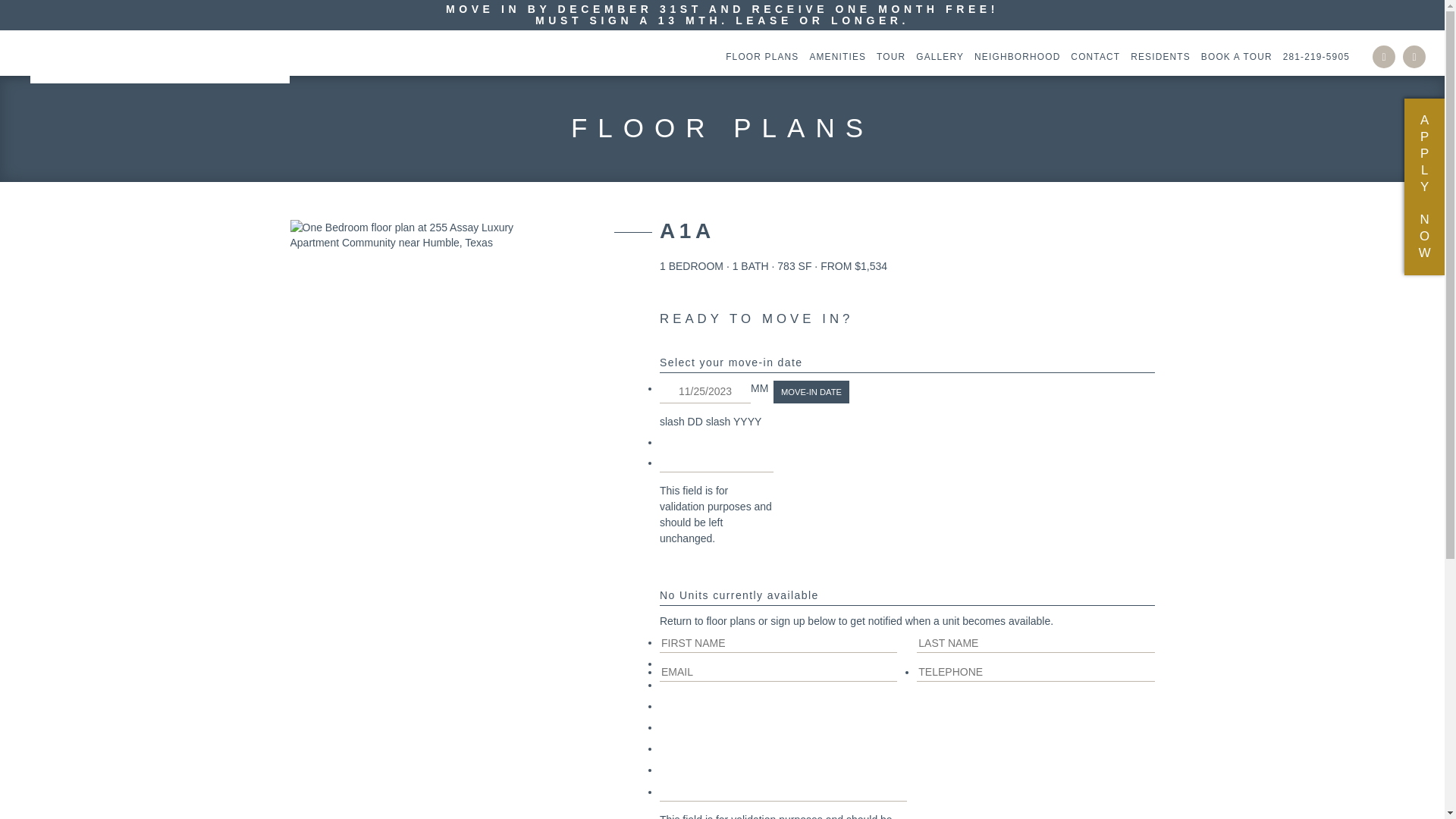  What do you see at coordinates (1233, 55) in the screenshot?
I see `'BOOK A TOUR'` at bounding box center [1233, 55].